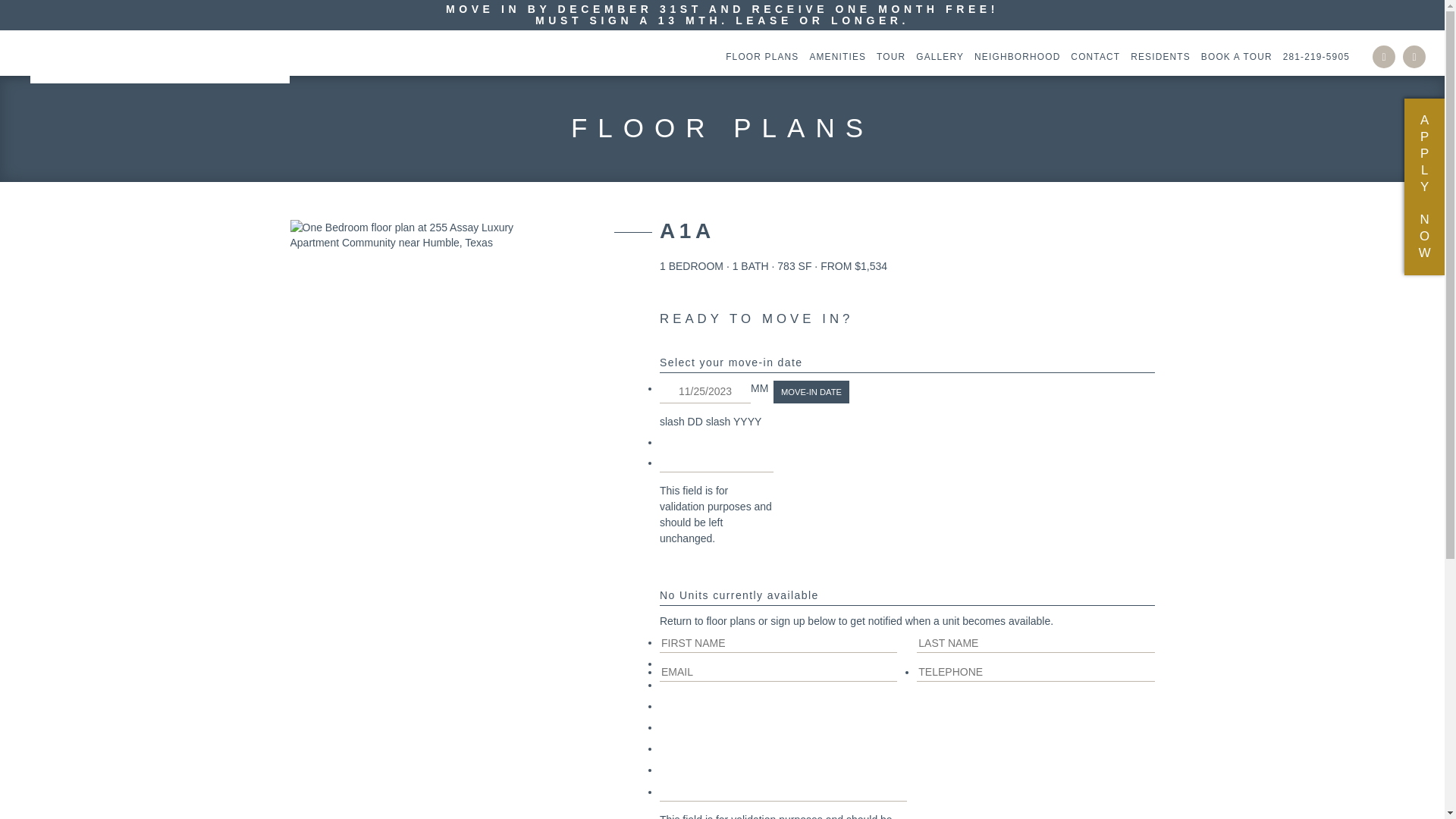  What do you see at coordinates (1233, 55) in the screenshot?
I see `'BOOK A TOUR'` at bounding box center [1233, 55].